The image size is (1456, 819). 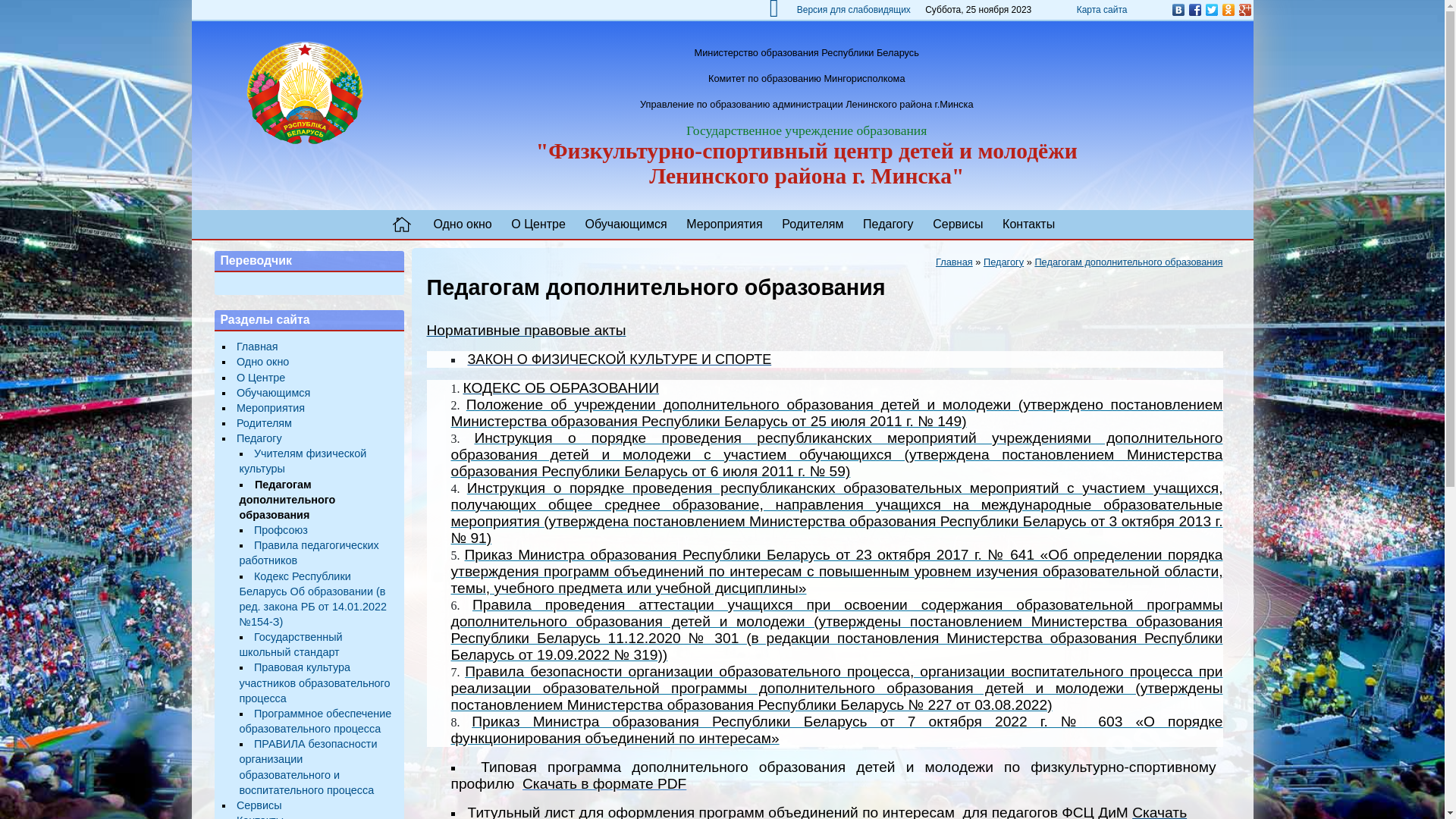 I want to click on 'Facebook', so click(x=1193, y=9).